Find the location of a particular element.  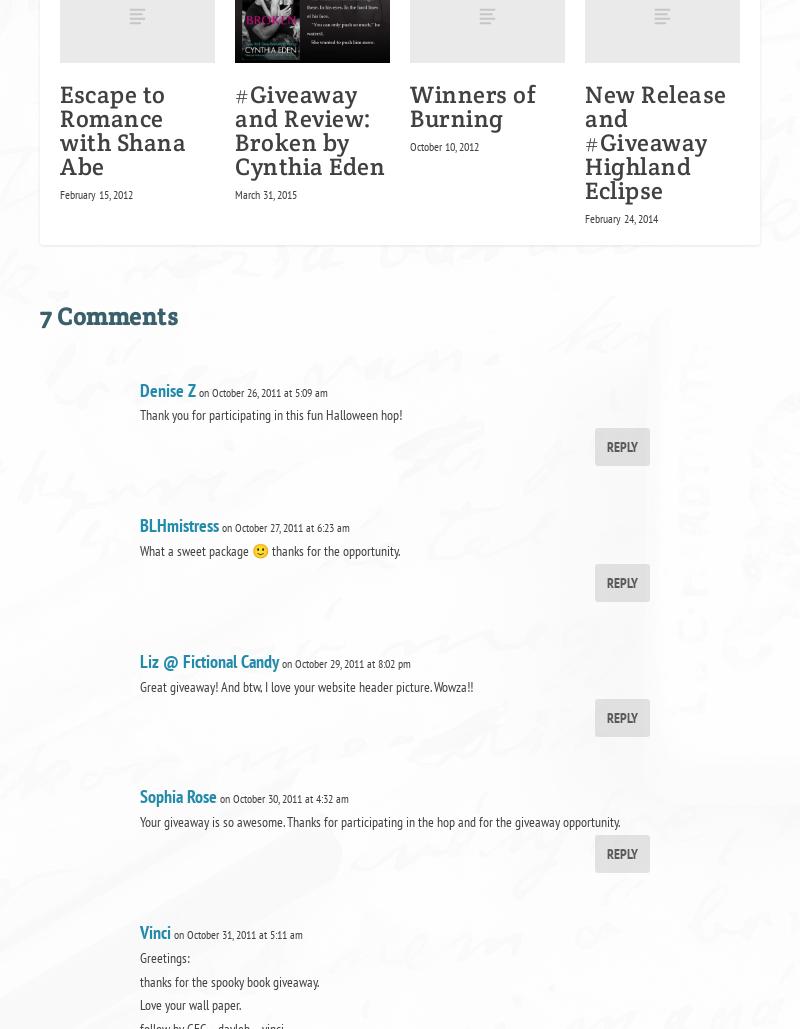

'on October 29, 2011 at 8:02 pm' is located at coordinates (346, 662).